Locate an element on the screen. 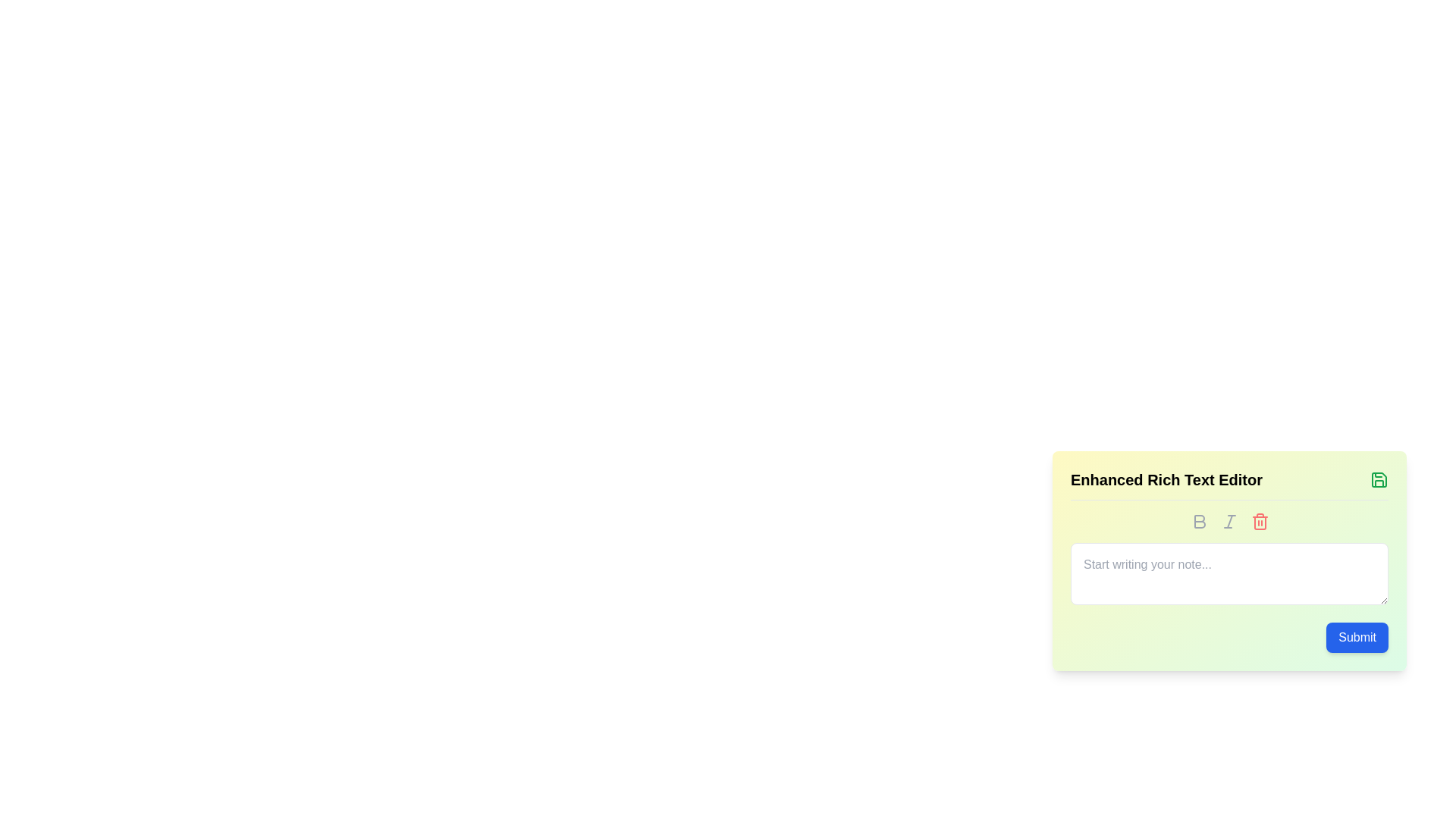 This screenshot has width=1456, height=819. the bold formatting button in the Enhanced Rich Text Editor toolbar is located at coordinates (1198, 520).